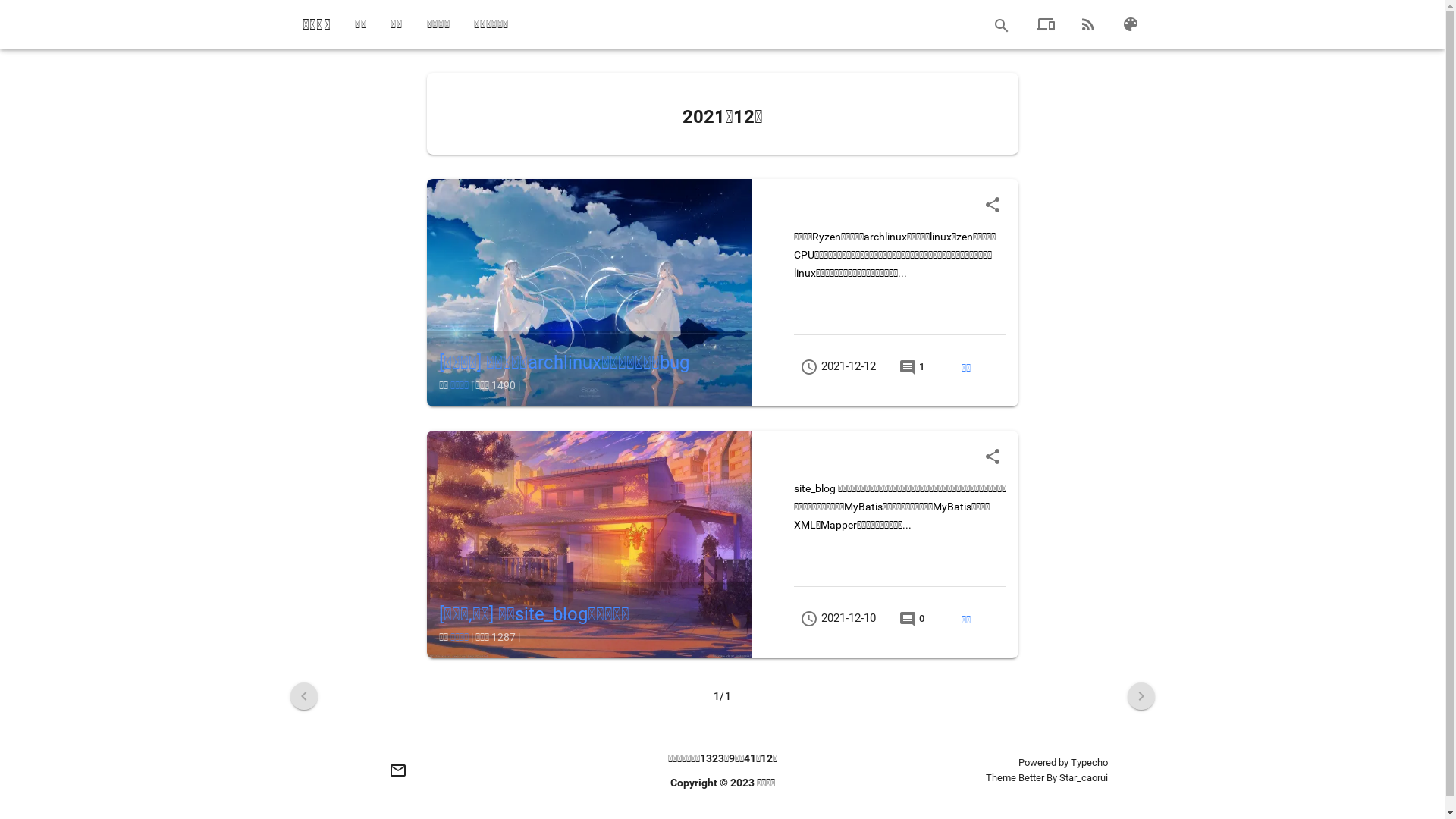 The image size is (1456, 819). I want to click on 'devices', so click(1043, 24).